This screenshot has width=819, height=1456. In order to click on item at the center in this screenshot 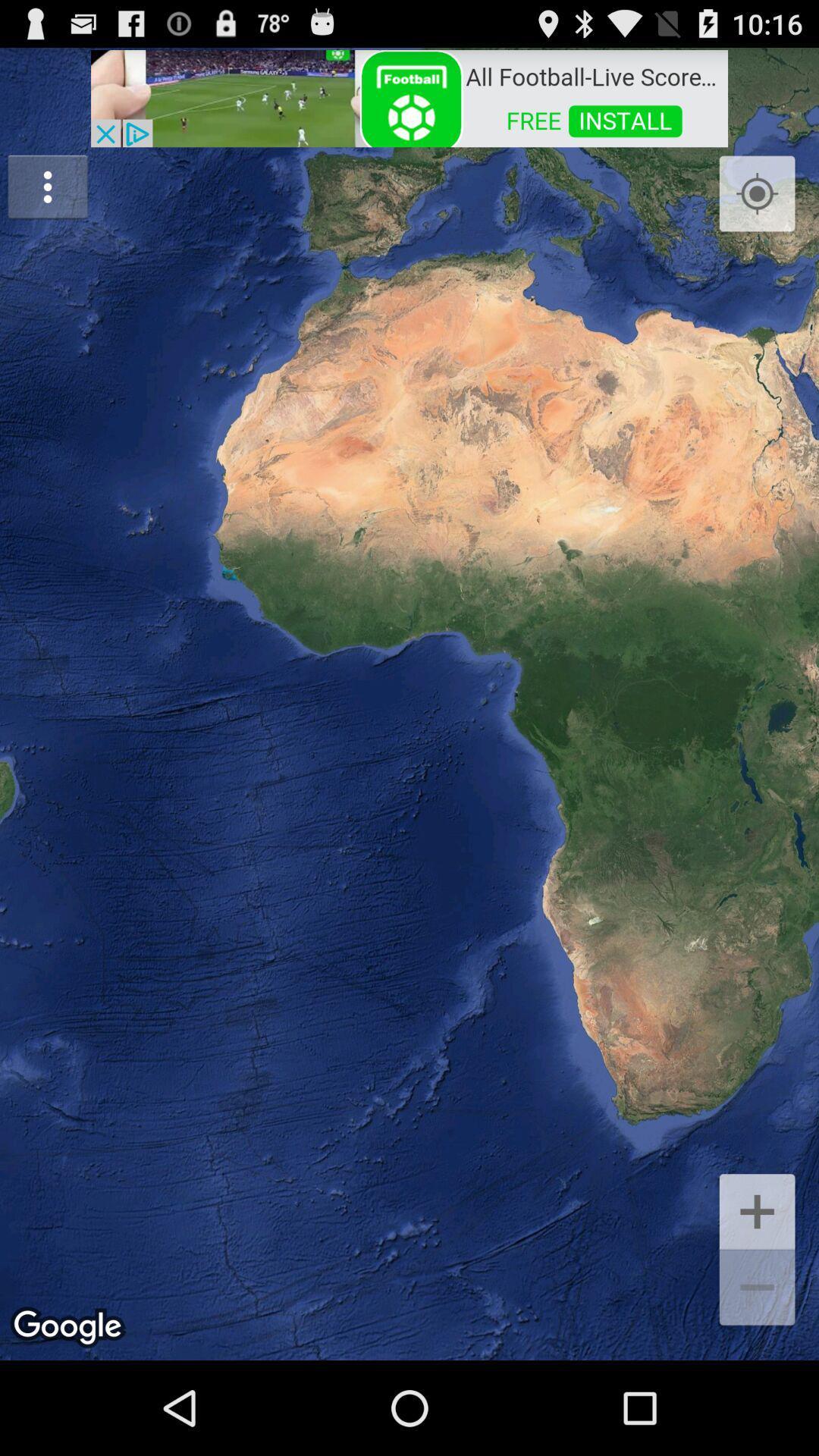, I will do `click(409, 703)`.